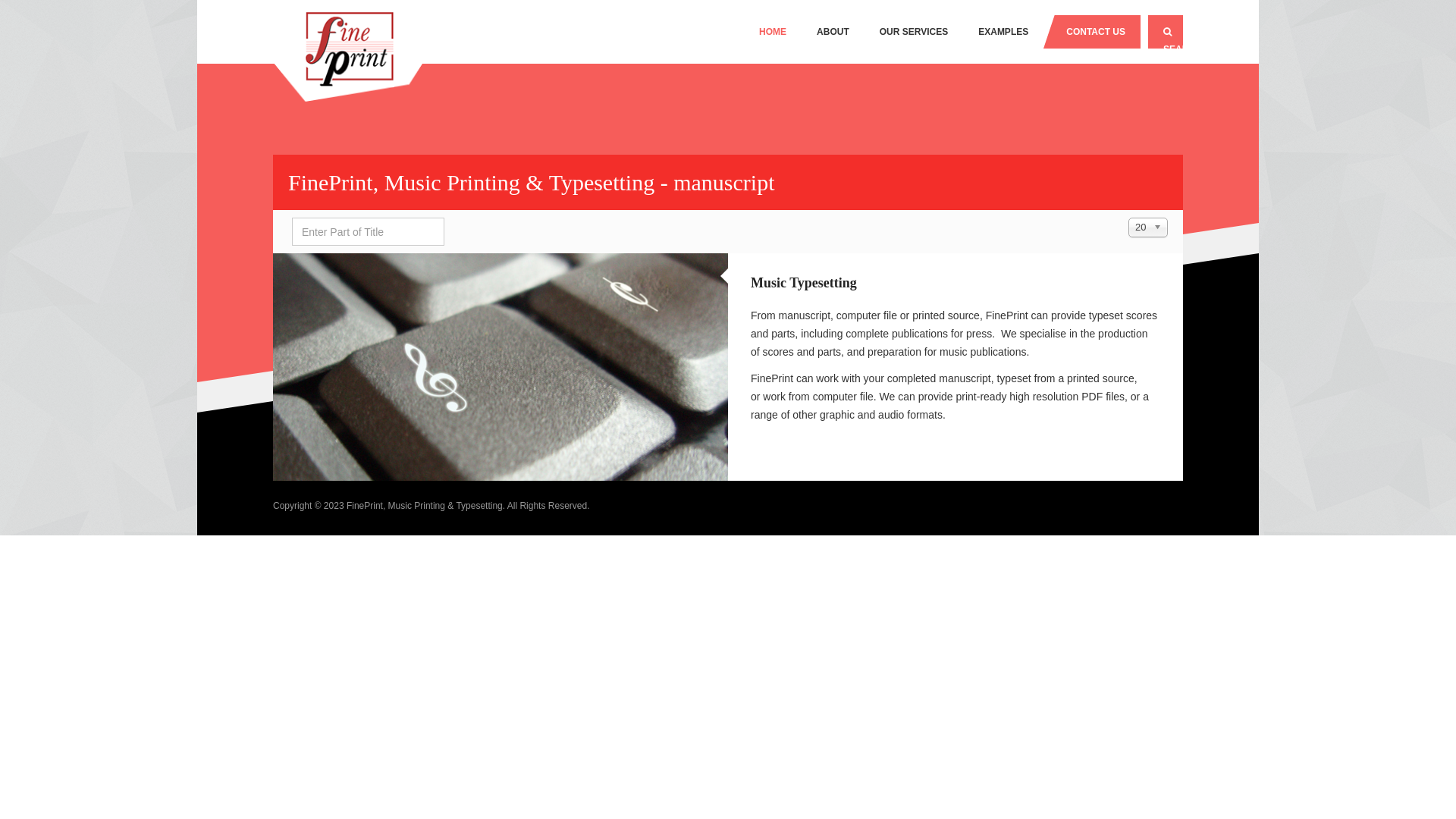 This screenshot has width=1456, height=819. What do you see at coordinates (1164, 32) in the screenshot?
I see `'SEARCH'` at bounding box center [1164, 32].